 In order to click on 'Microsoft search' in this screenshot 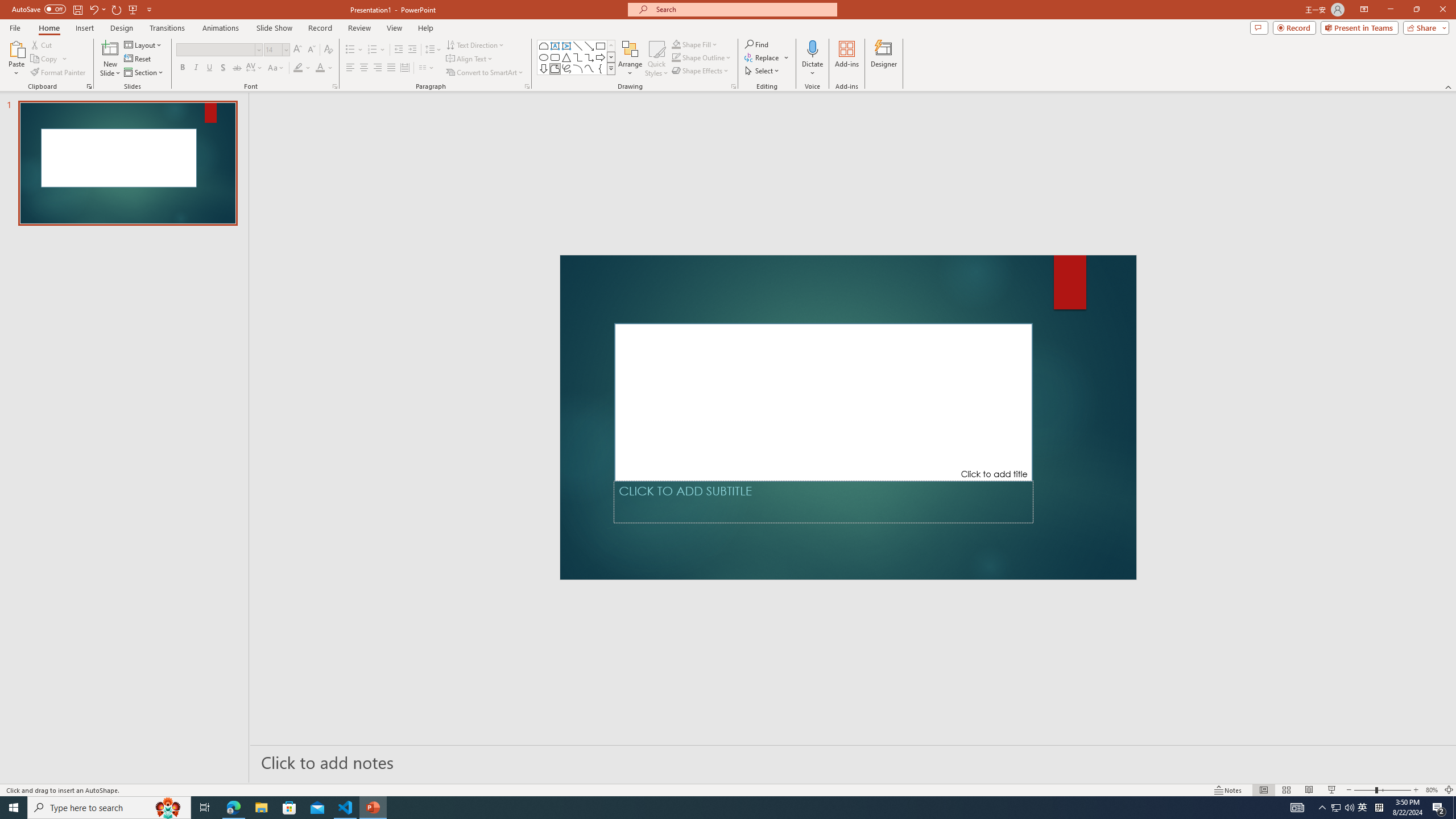, I will do `click(742, 9)`.